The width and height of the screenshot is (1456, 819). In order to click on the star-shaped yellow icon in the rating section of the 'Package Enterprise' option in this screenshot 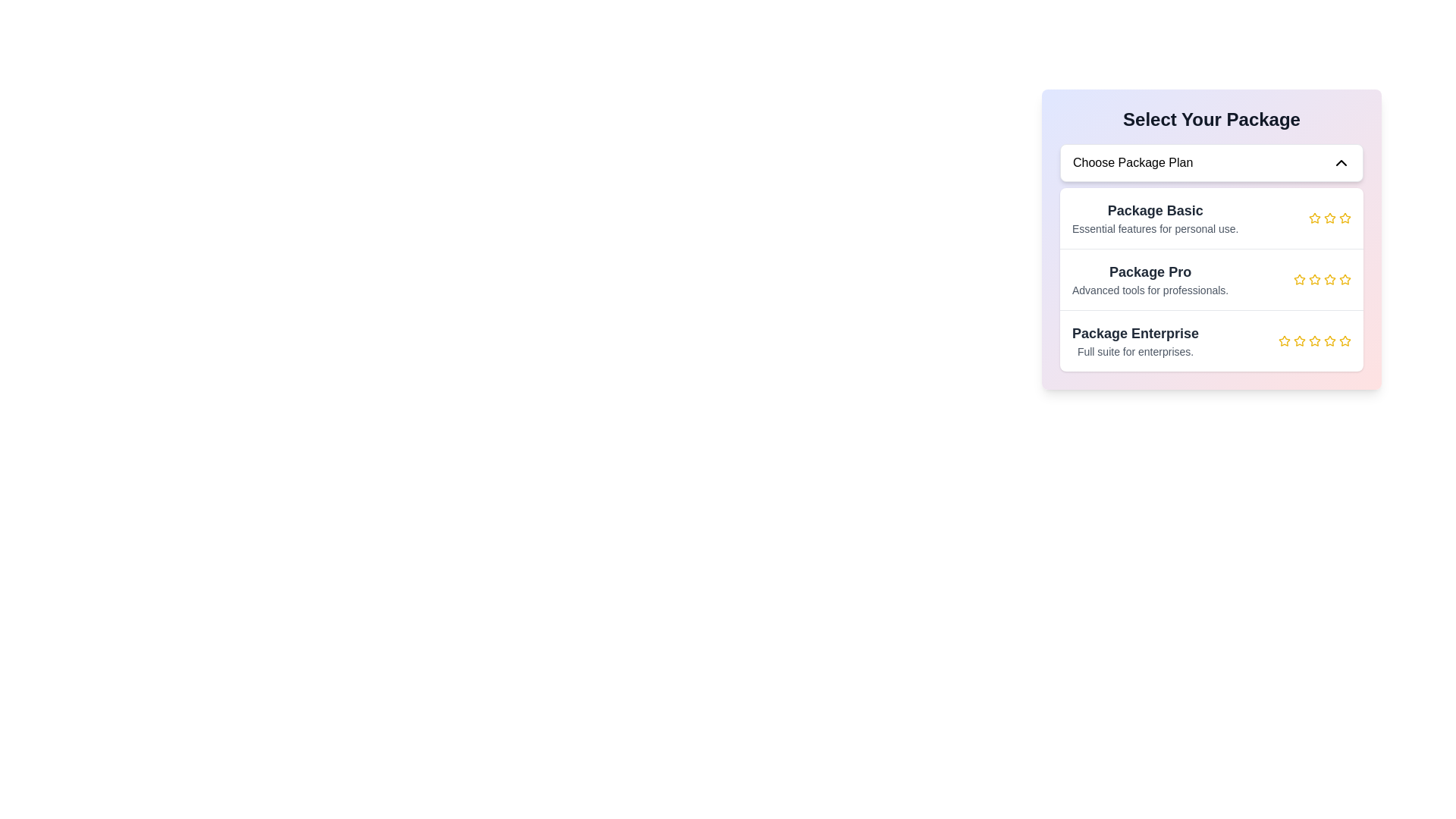, I will do `click(1313, 340)`.